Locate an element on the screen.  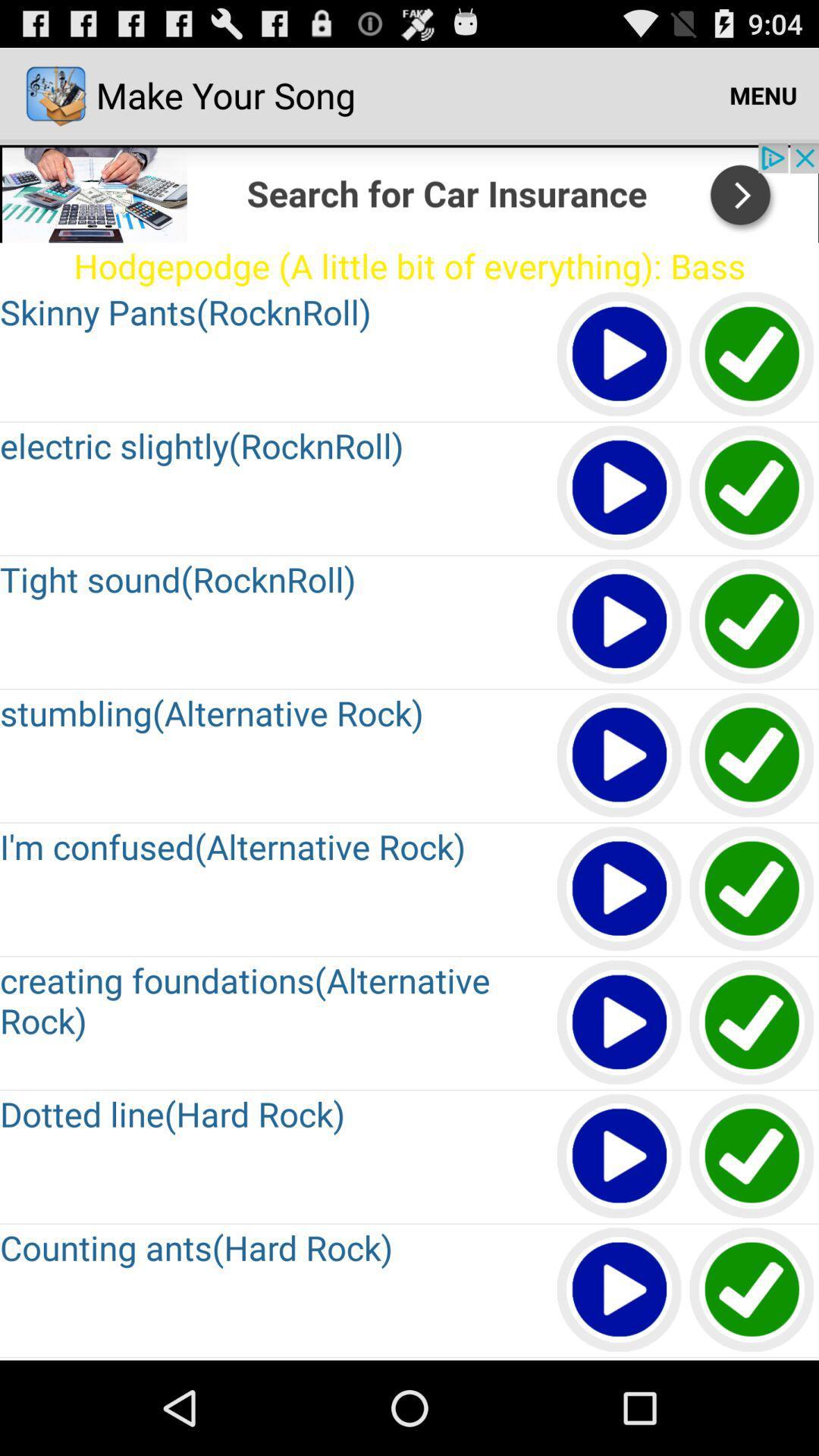
this song is located at coordinates (752, 354).